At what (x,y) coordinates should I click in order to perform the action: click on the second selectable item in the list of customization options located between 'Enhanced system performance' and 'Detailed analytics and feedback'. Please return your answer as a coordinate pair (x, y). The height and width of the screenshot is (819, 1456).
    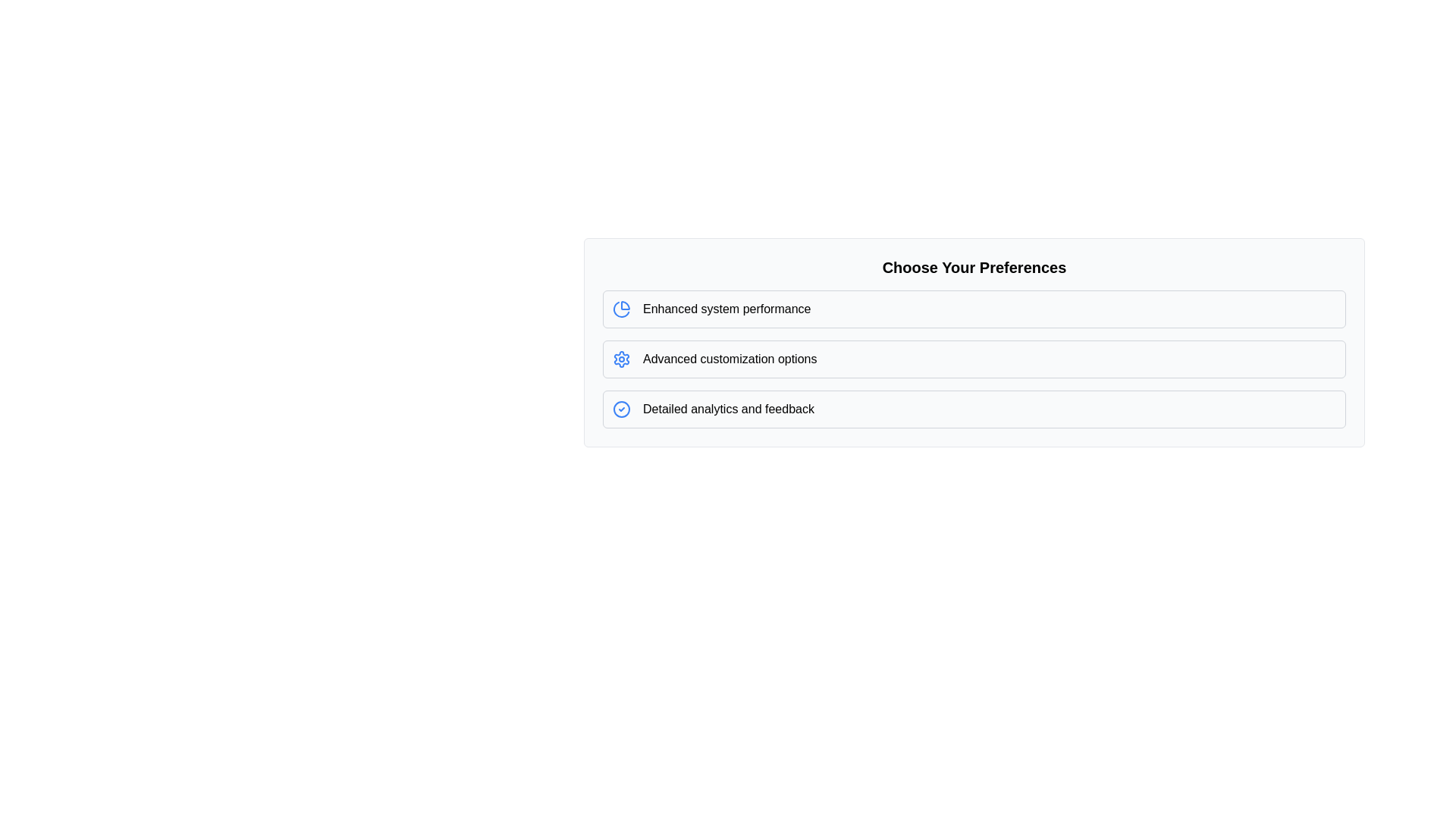
    Looking at the image, I should click on (974, 359).